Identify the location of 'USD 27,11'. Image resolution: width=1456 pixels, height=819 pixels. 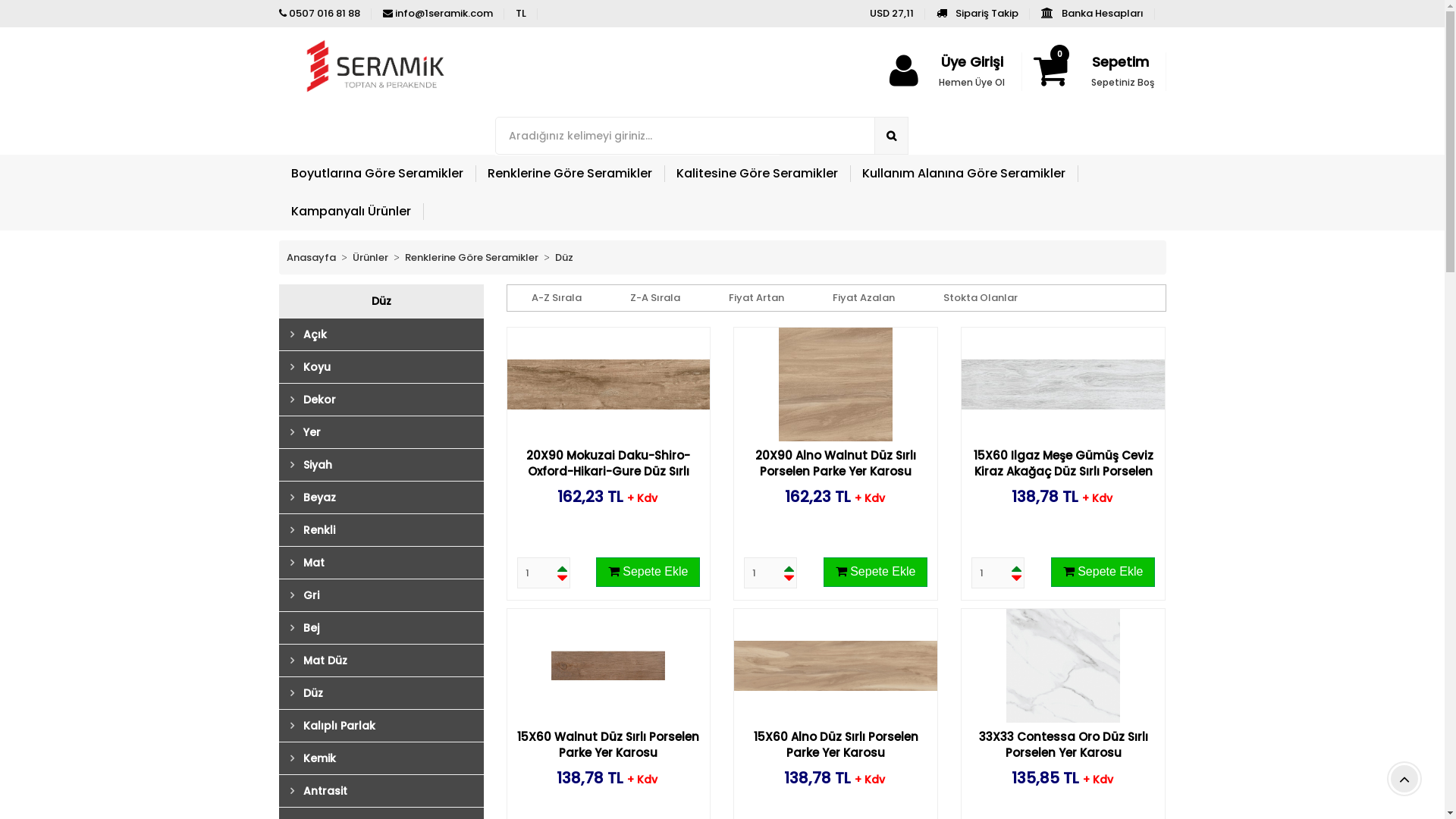
(891, 13).